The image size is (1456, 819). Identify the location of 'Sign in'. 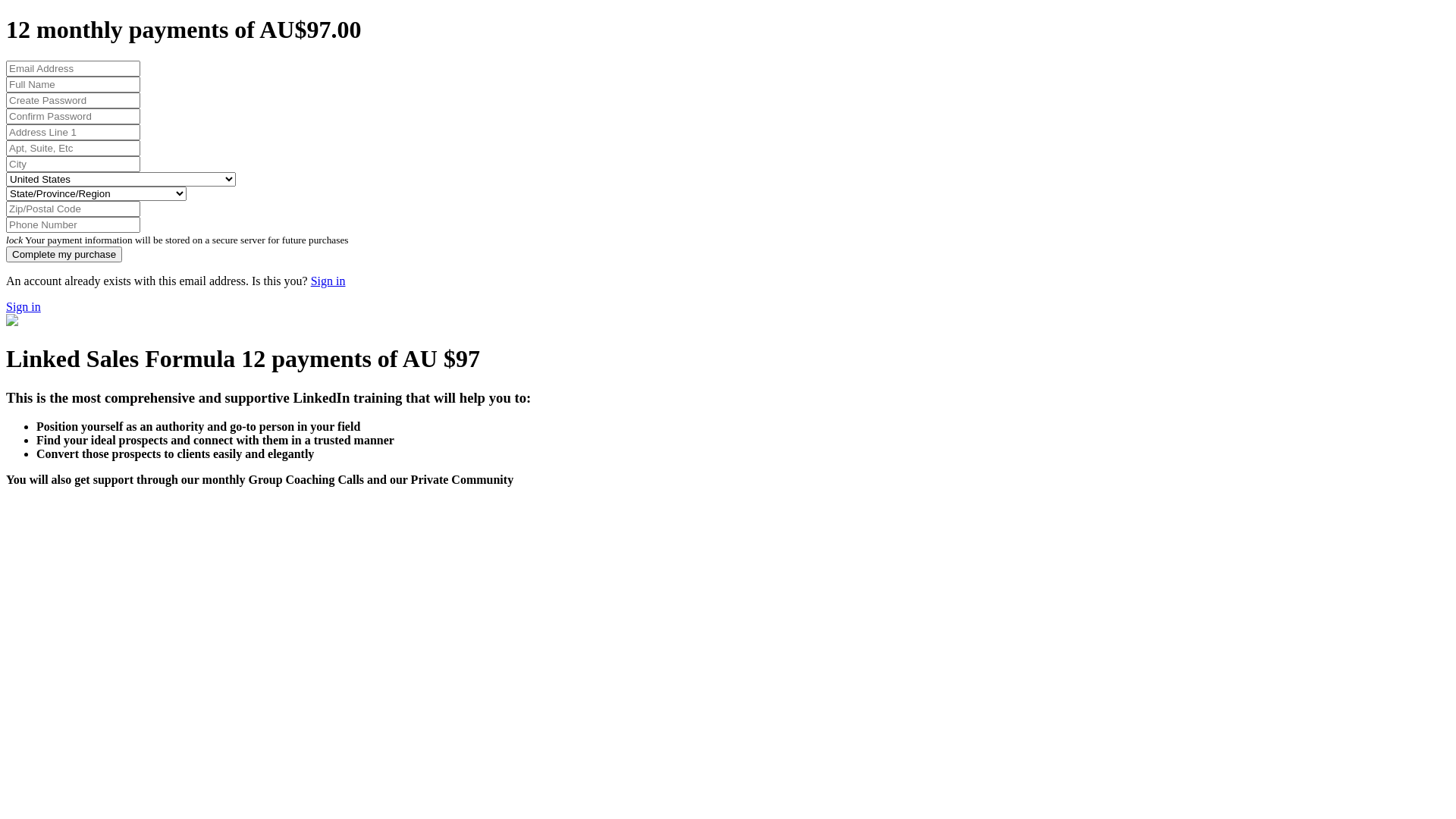
(327, 281).